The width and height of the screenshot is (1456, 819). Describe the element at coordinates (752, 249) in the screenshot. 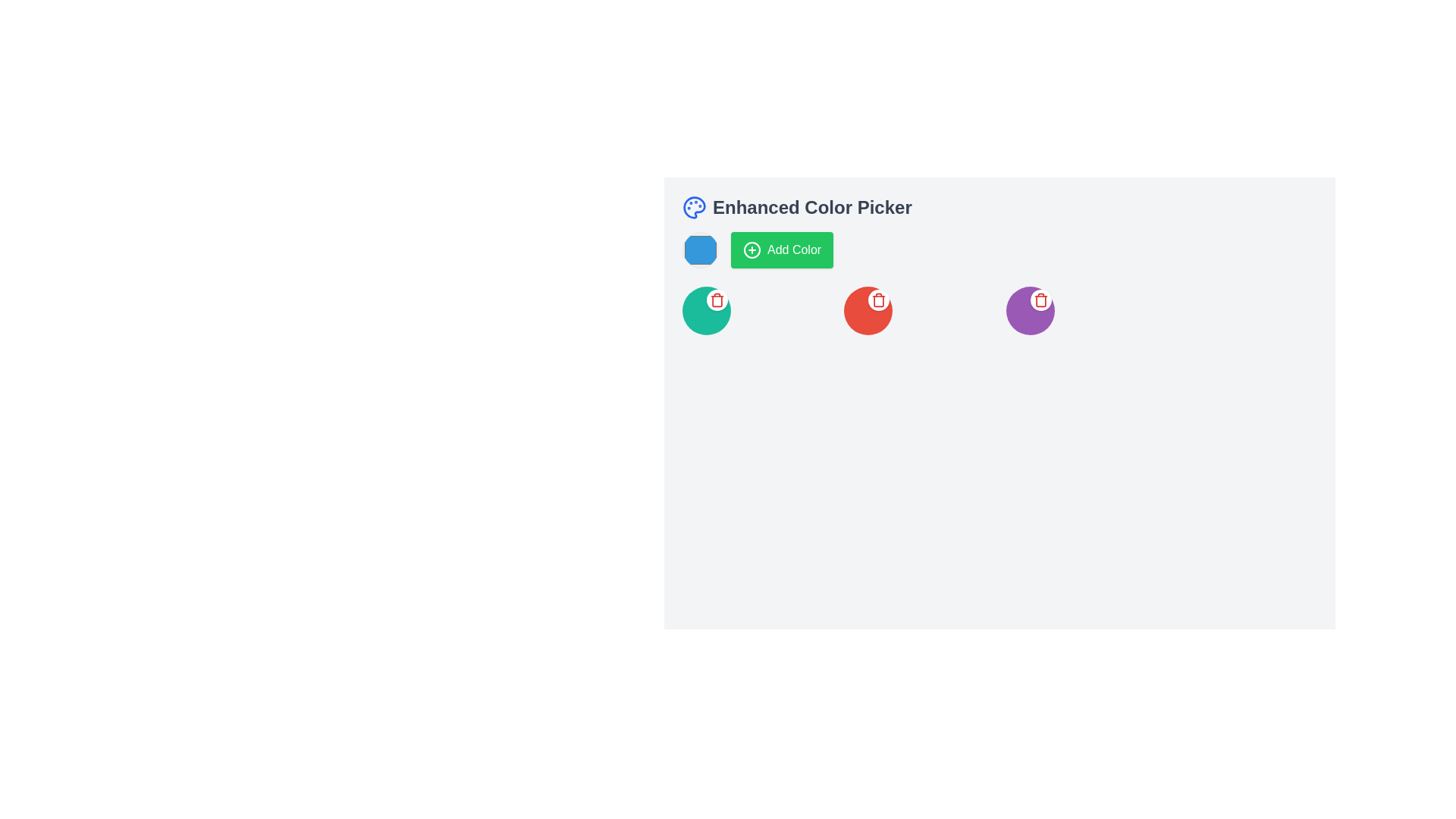

I see `the 'Add Color' icon located to the left of the text label, positioned below the title 'Enhanced Color Picker' and to the right of the blue hexagonal color preview` at that location.